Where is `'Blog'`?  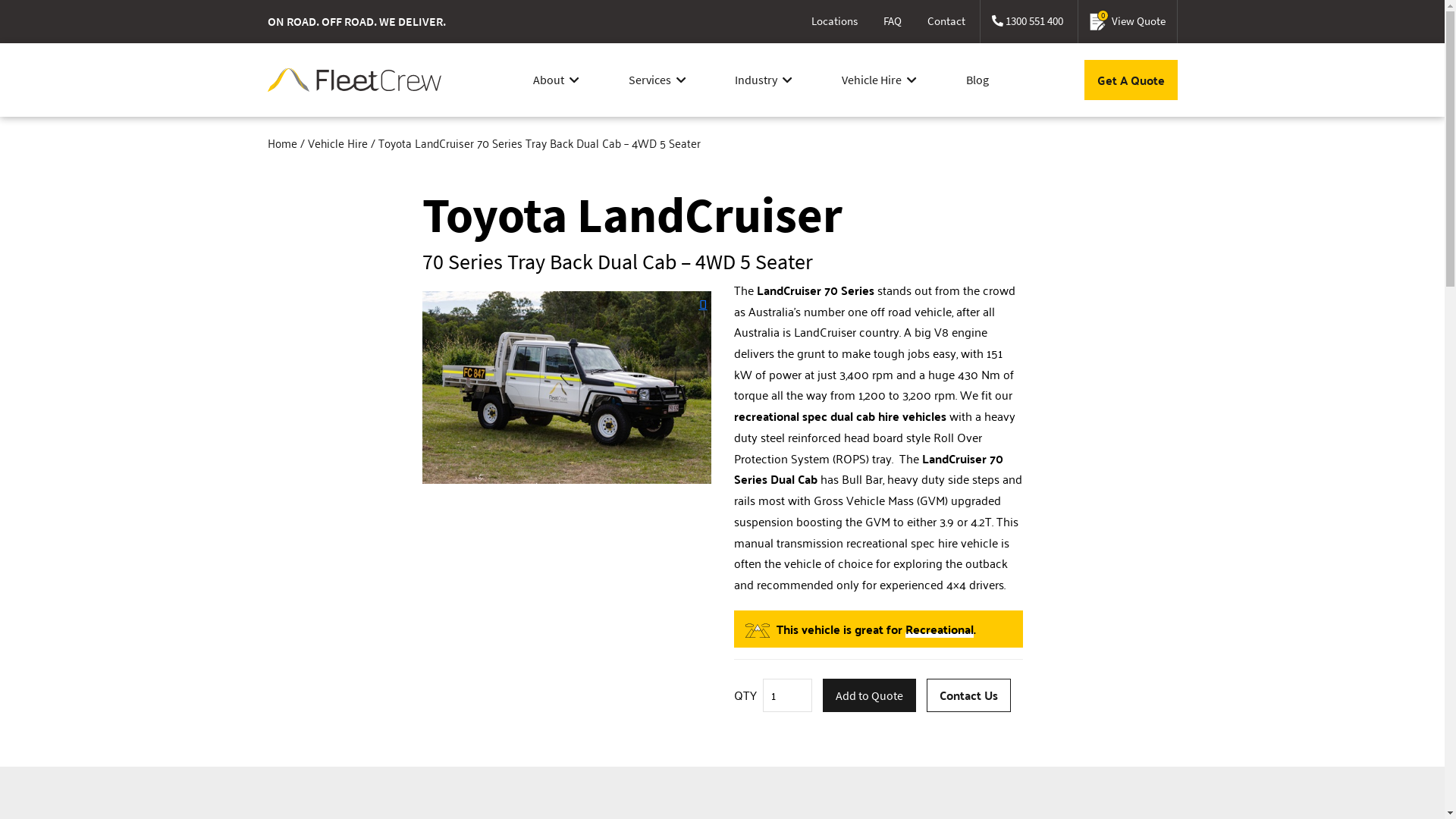
'Blog' is located at coordinates (977, 79).